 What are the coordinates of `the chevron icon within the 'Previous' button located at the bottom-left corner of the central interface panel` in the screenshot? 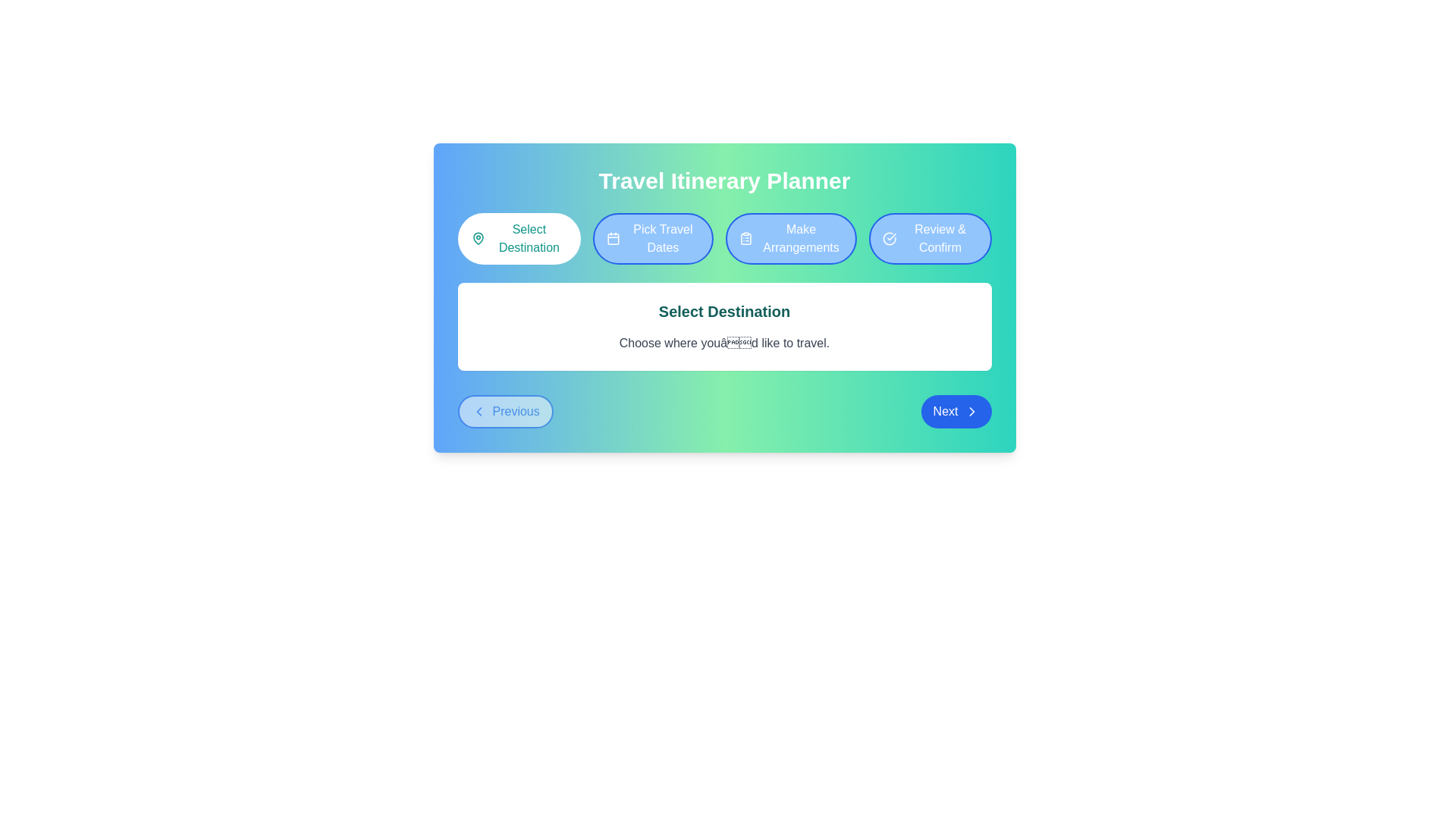 It's located at (478, 412).